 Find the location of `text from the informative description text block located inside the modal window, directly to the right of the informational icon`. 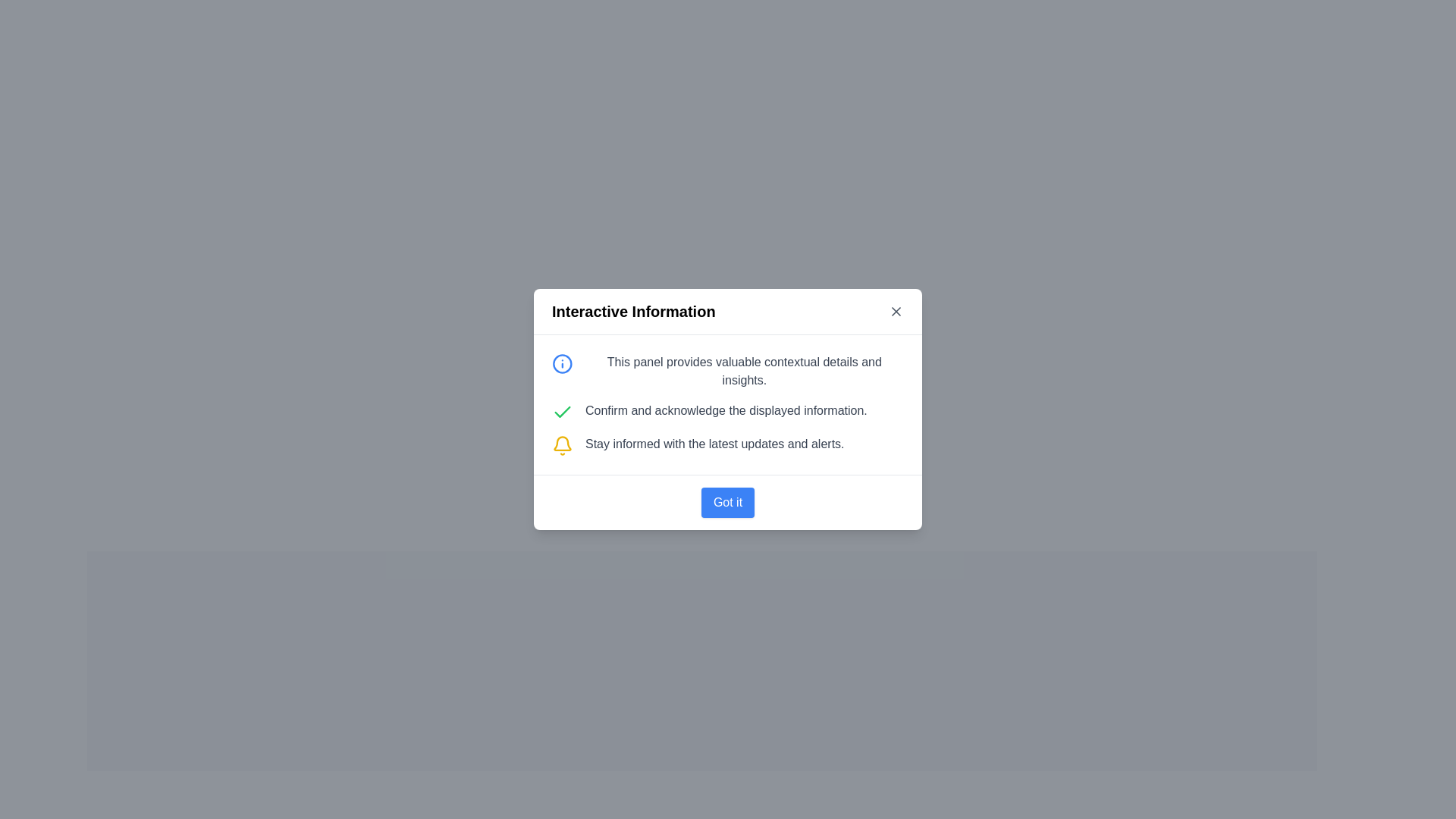

text from the informative description text block located inside the modal window, directly to the right of the informational icon is located at coordinates (744, 371).